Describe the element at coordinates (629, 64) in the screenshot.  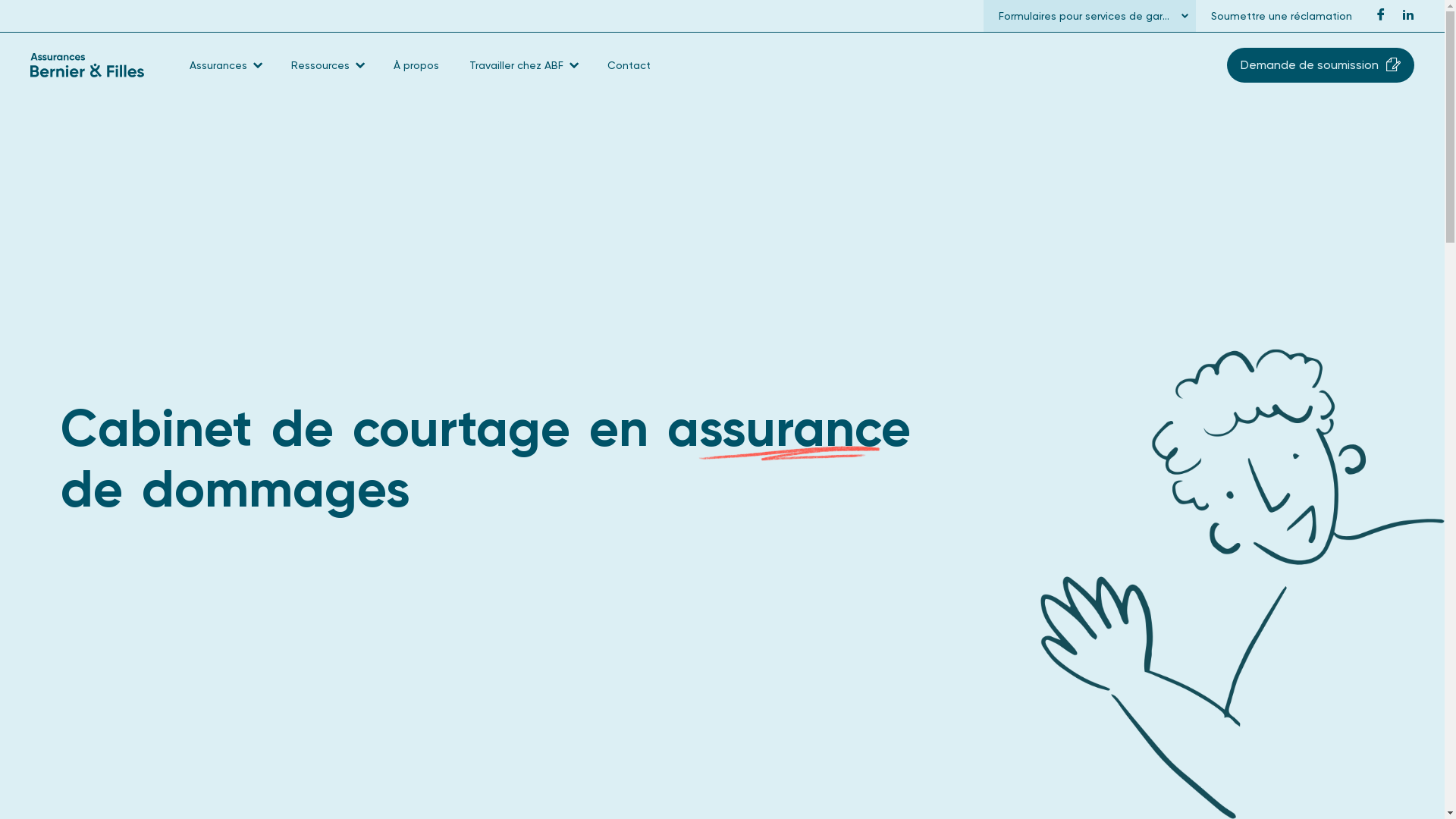
I see `'Contact'` at that location.